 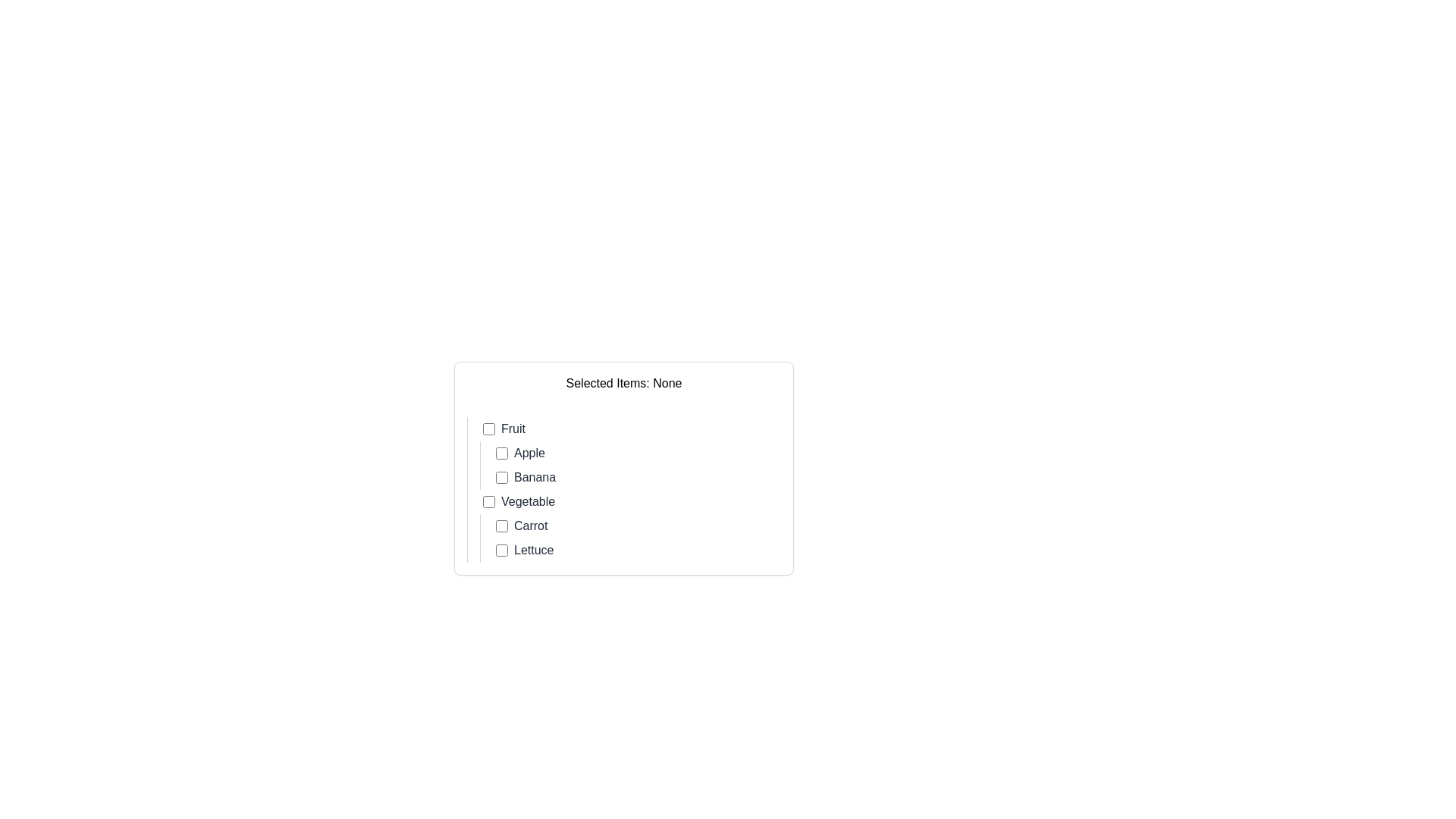 I want to click on the checkbox labeled 'Lettuce' located in the lower portion of the hierarchical list under the 'Vegetable' section, so click(x=637, y=550).